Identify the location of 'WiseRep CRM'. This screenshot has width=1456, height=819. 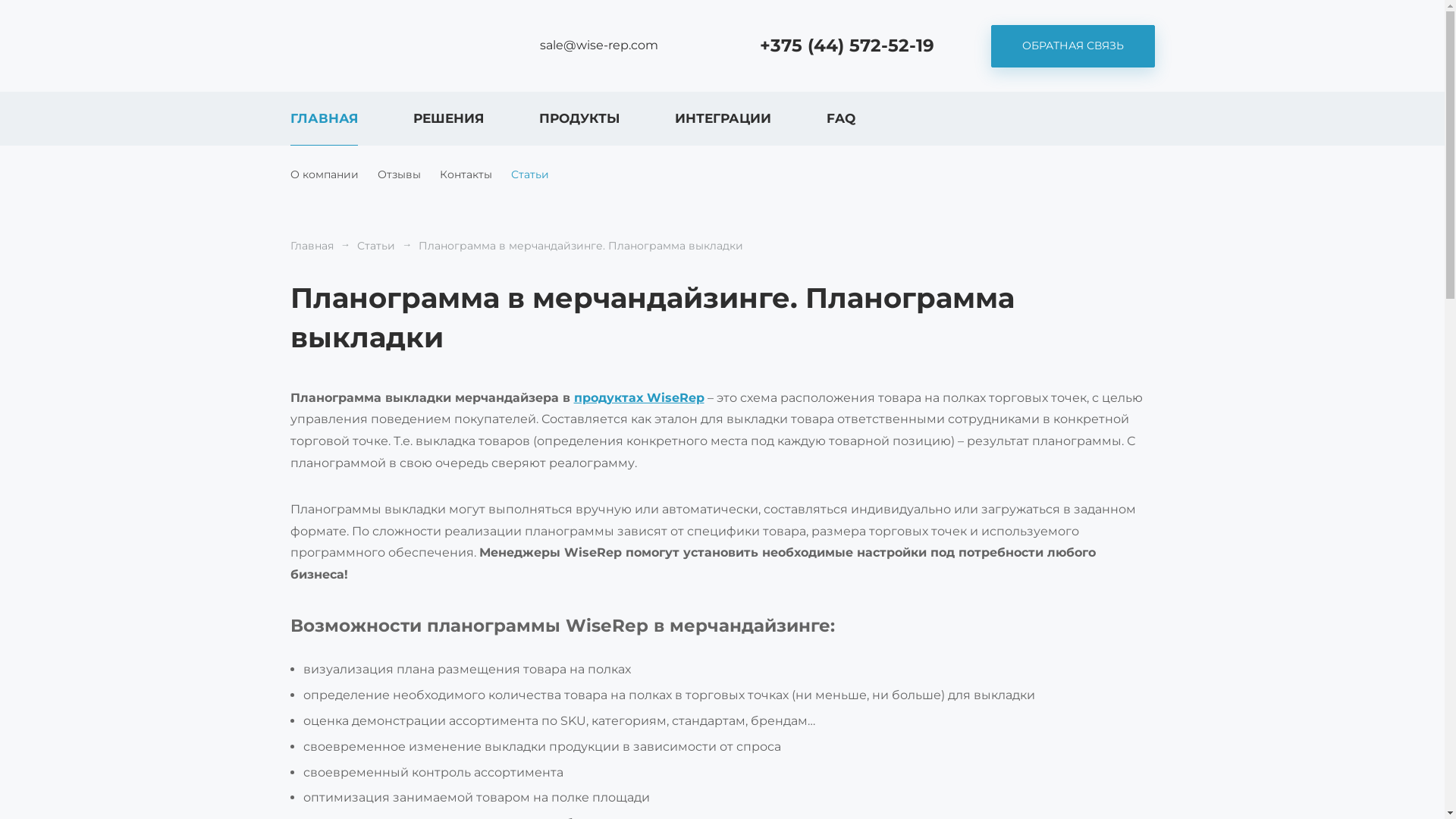
(360, 45).